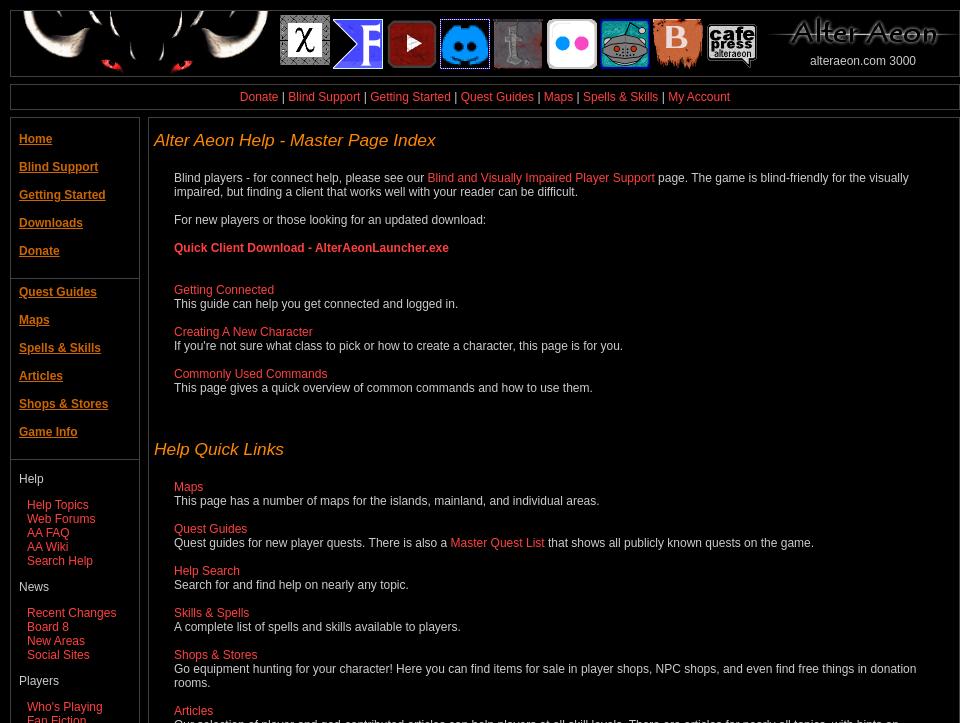  I want to click on 'Creating A New Character', so click(241, 330).